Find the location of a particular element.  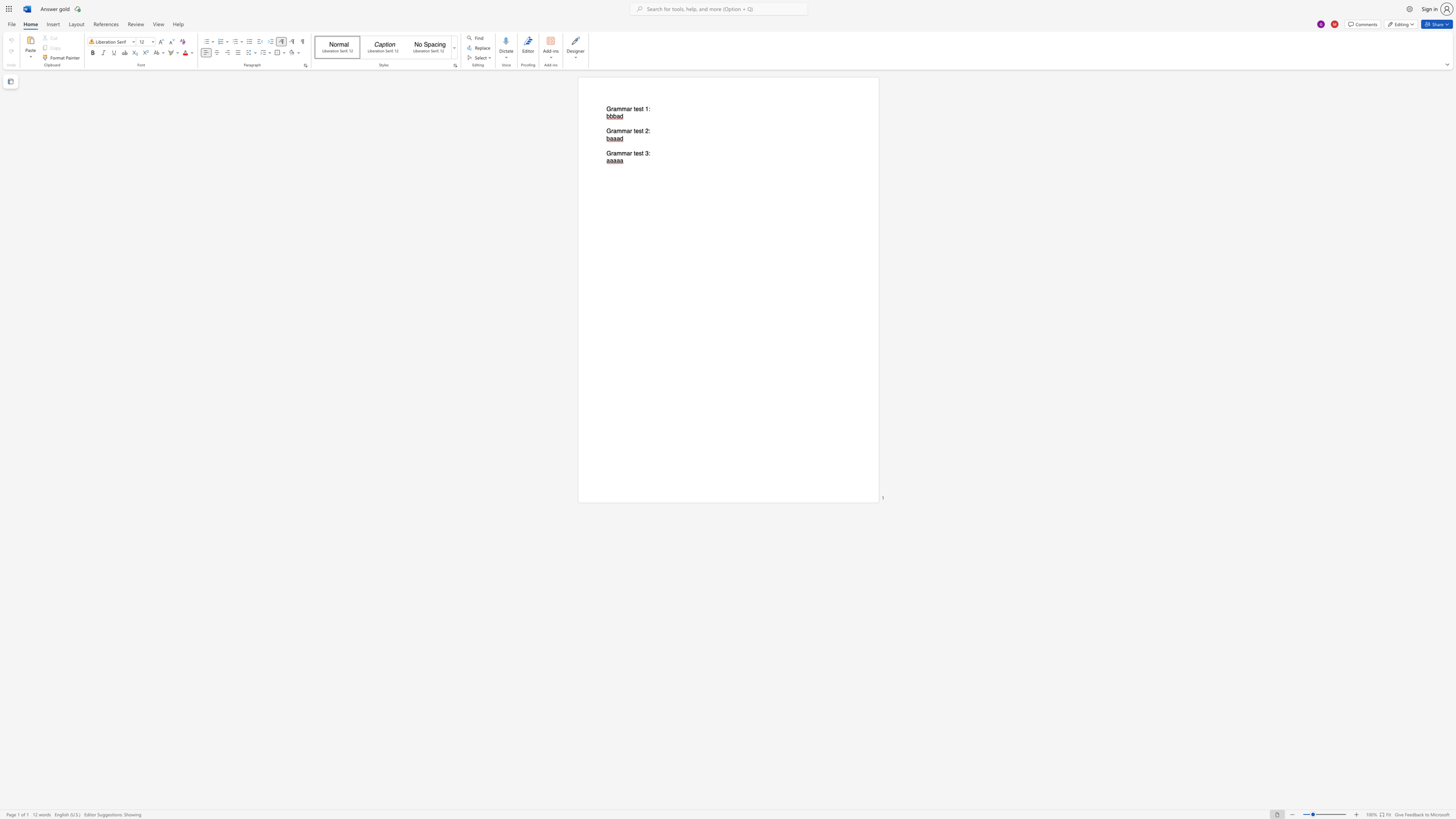

the 1th character ":" in the text is located at coordinates (649, 109).